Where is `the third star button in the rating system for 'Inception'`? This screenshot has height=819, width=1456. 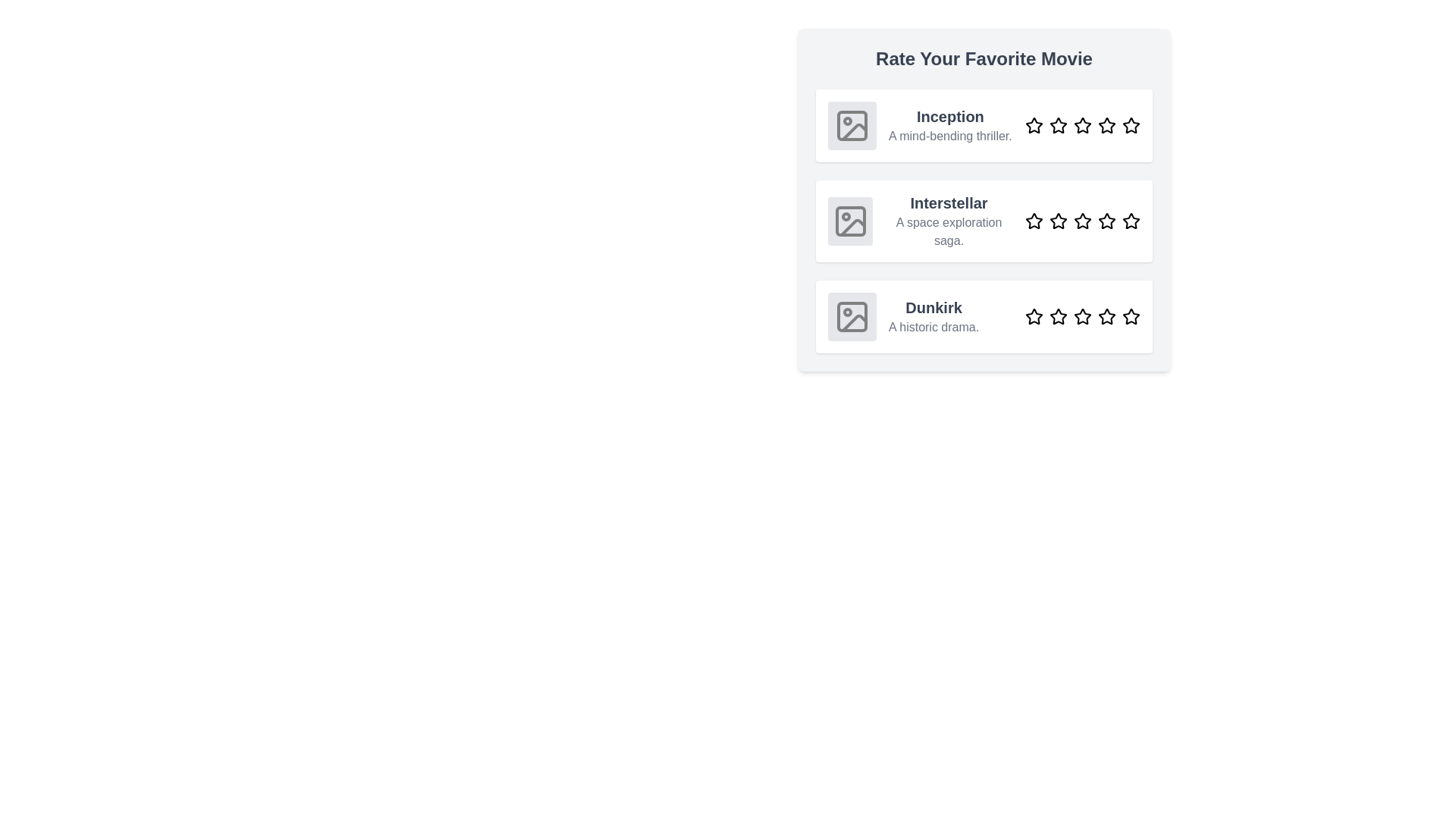 the third star button in the rating system for 'Inception' is located at coordinates (1082, 124).